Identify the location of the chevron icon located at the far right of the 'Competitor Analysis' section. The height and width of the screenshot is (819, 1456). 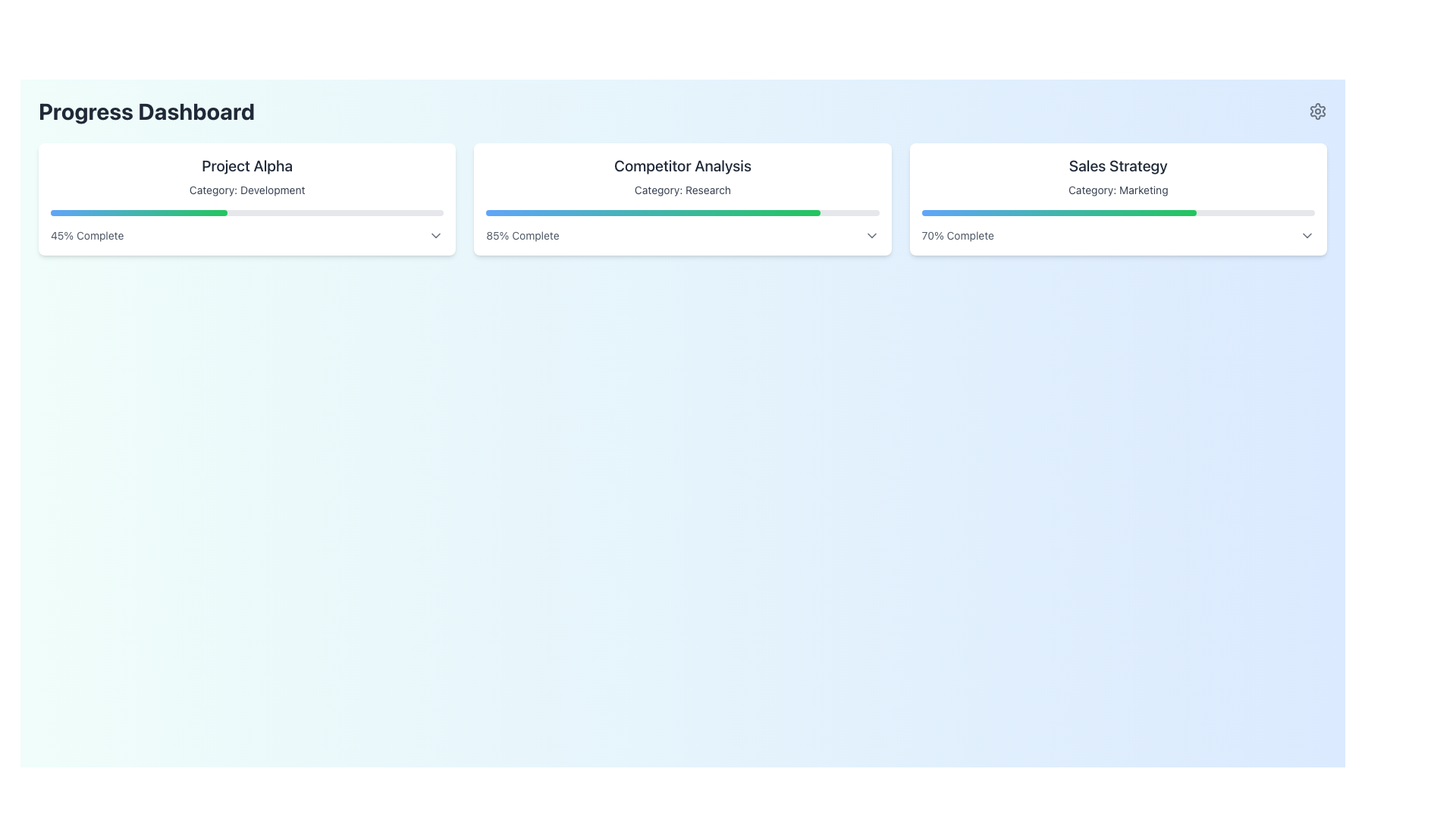
(871, 236).